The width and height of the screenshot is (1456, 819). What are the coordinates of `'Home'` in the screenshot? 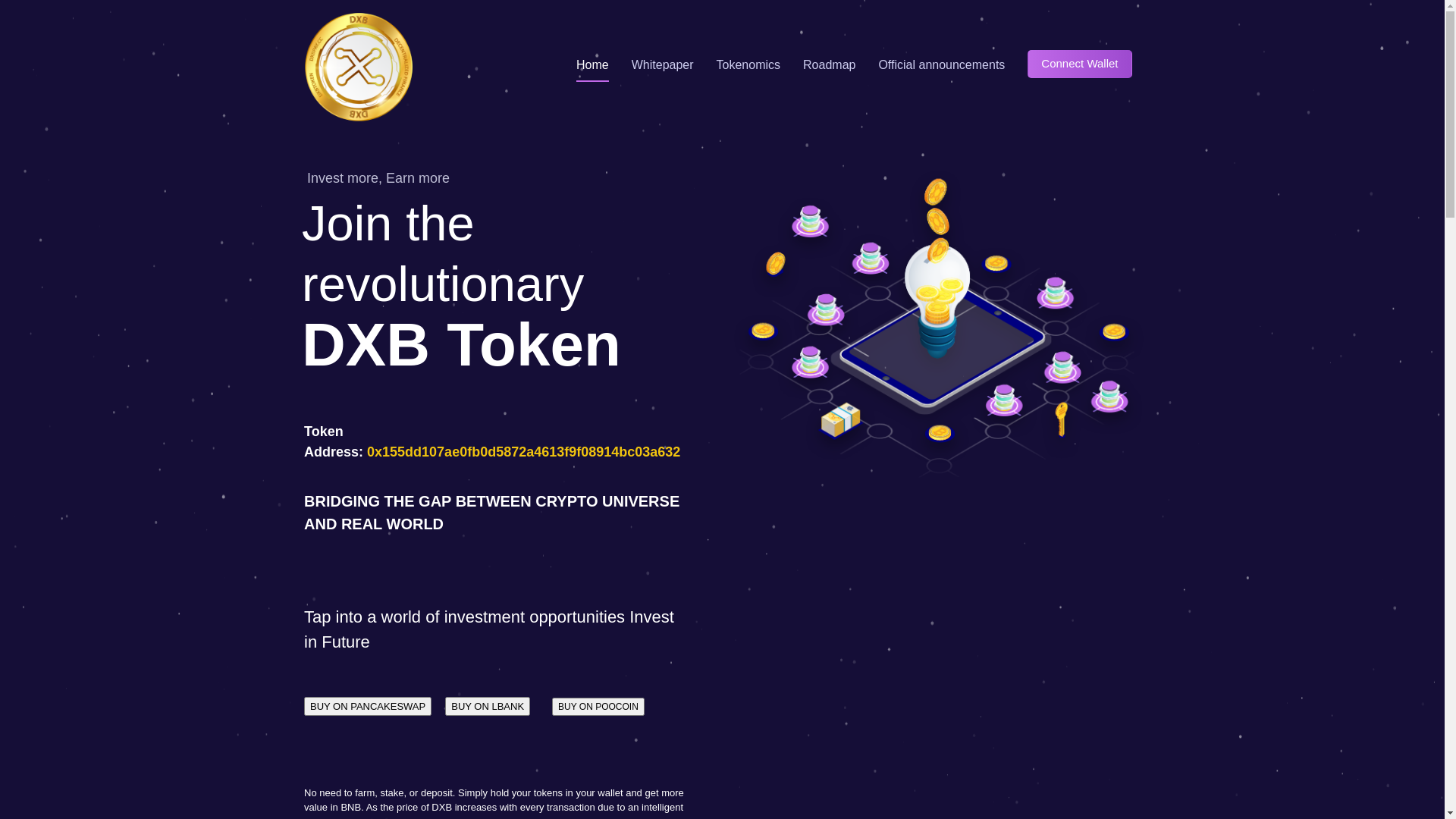 It's located at (575, 65).